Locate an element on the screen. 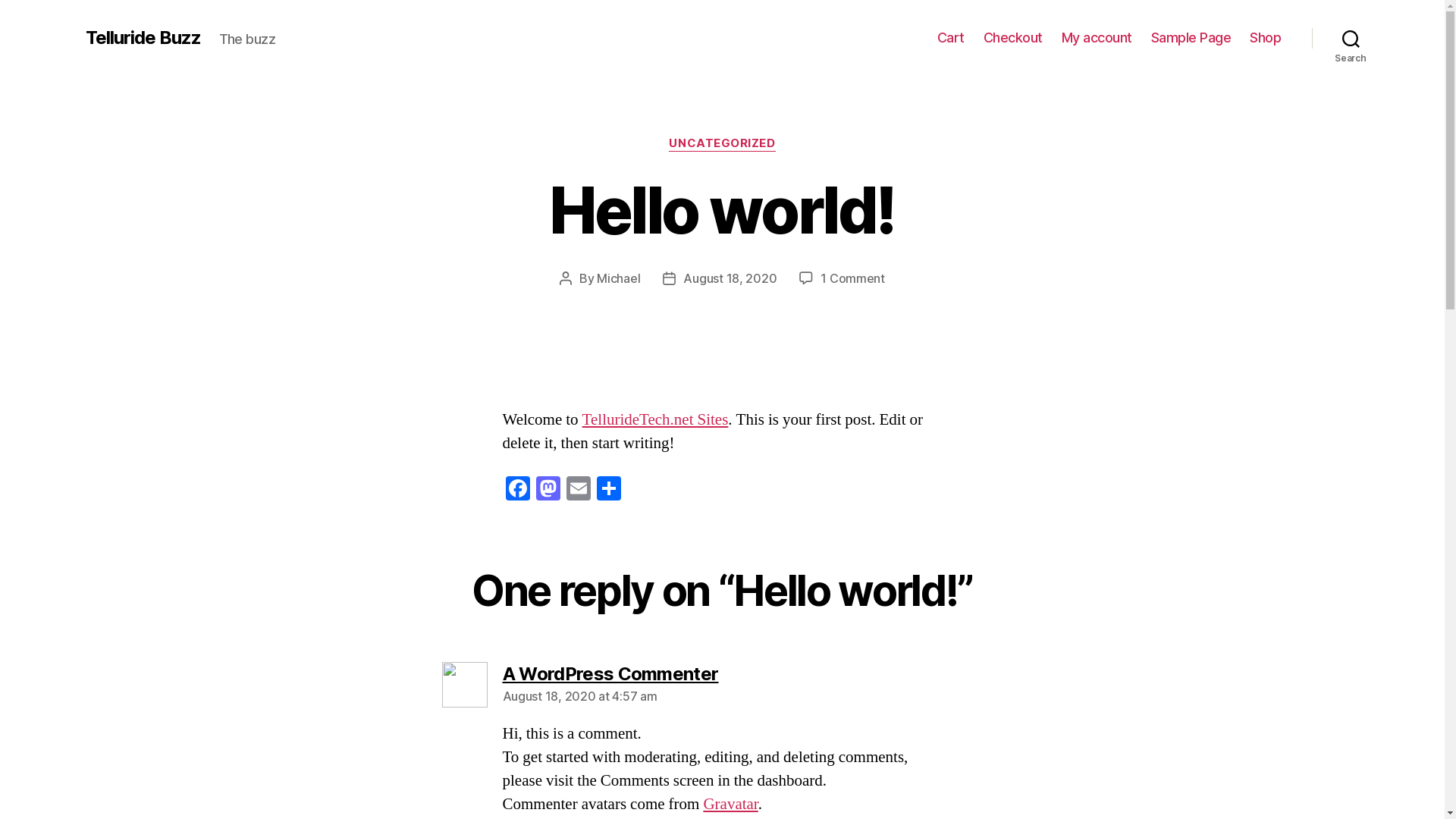 The width and height of the screenshot is (1456, 819). 'Email' is located at coordinates (577, 491).